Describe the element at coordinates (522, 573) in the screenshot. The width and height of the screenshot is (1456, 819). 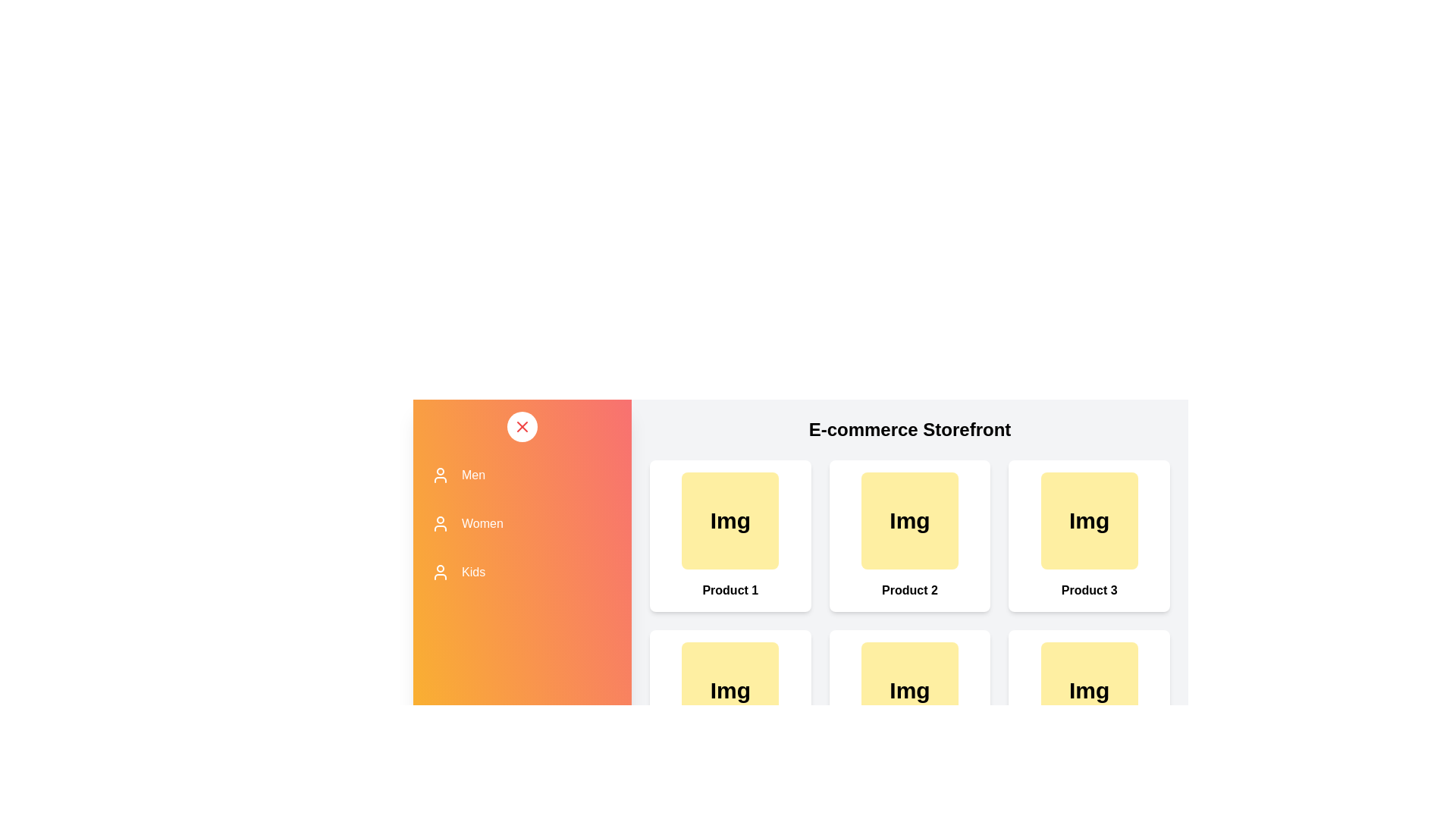
I see `the category Kids to observe its hover effect` at that location.